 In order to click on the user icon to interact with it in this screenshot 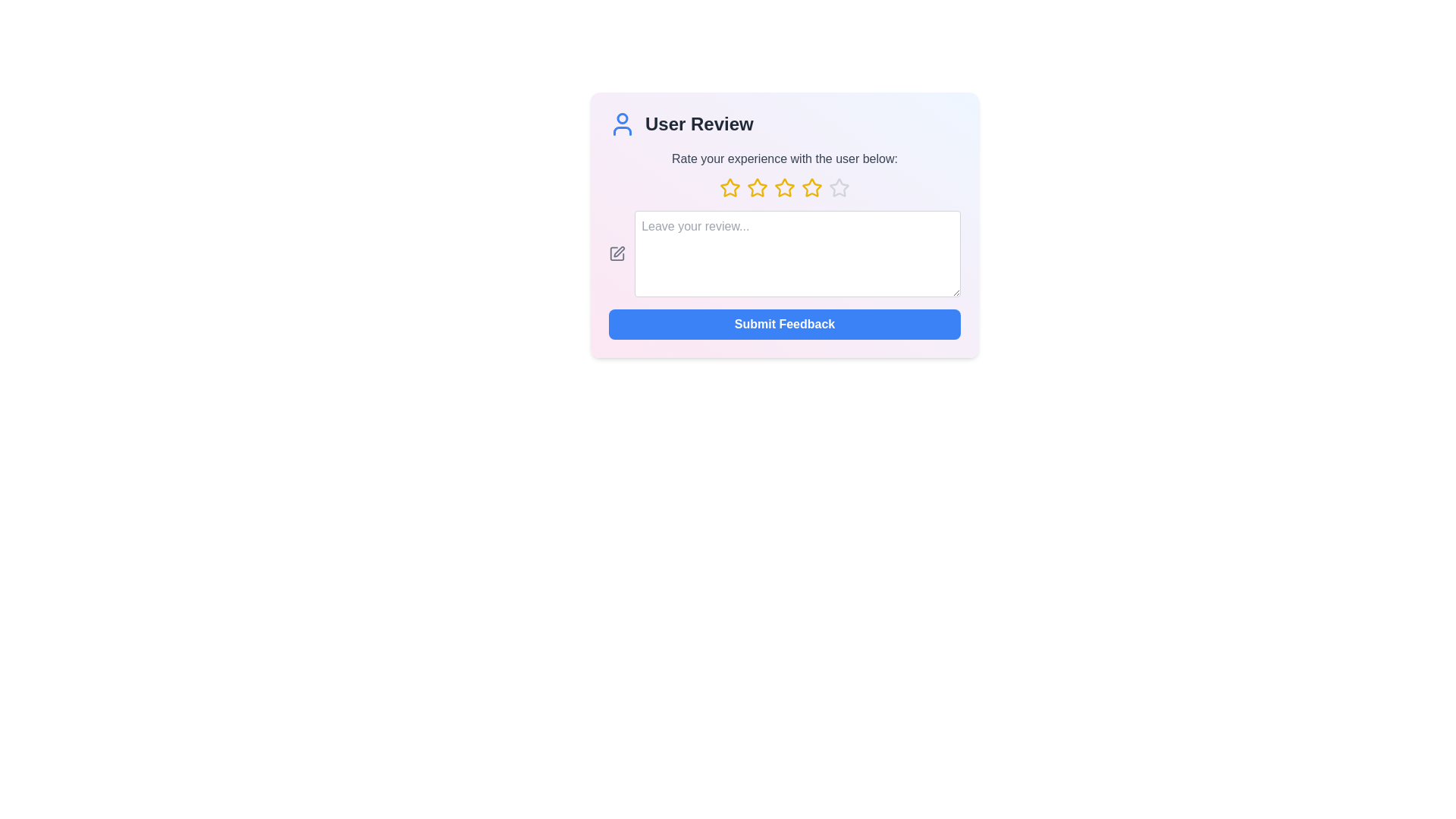, I will do `click(622, 124)`.